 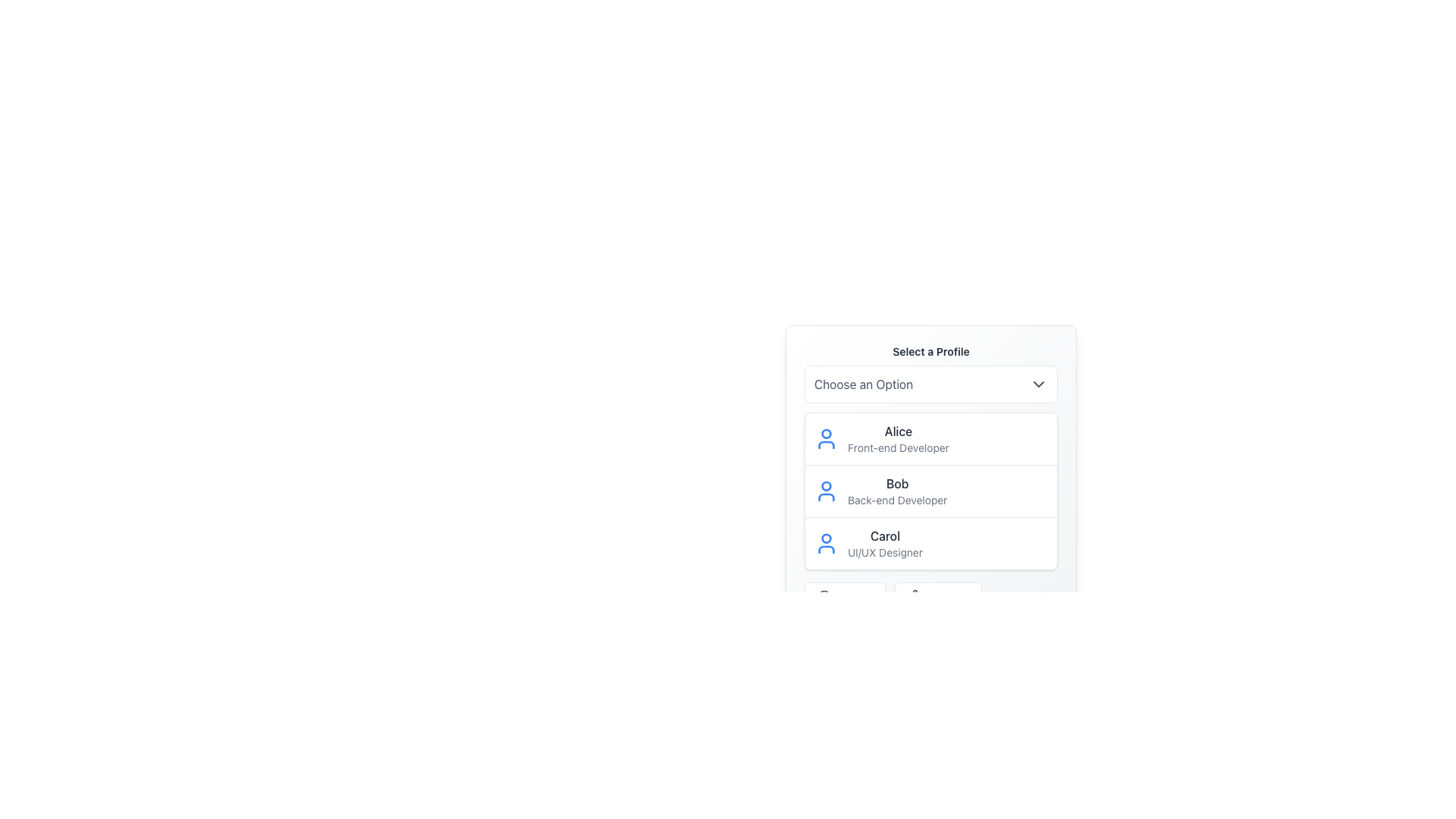 What do you see at coordinates (885, 535) in the screenshot?
I see `the displayed name of the profile 'UI/UX Designer' in the dropdown list under 'Select a Profile', which is the third entry in the list` at bounding box center [885, 535].